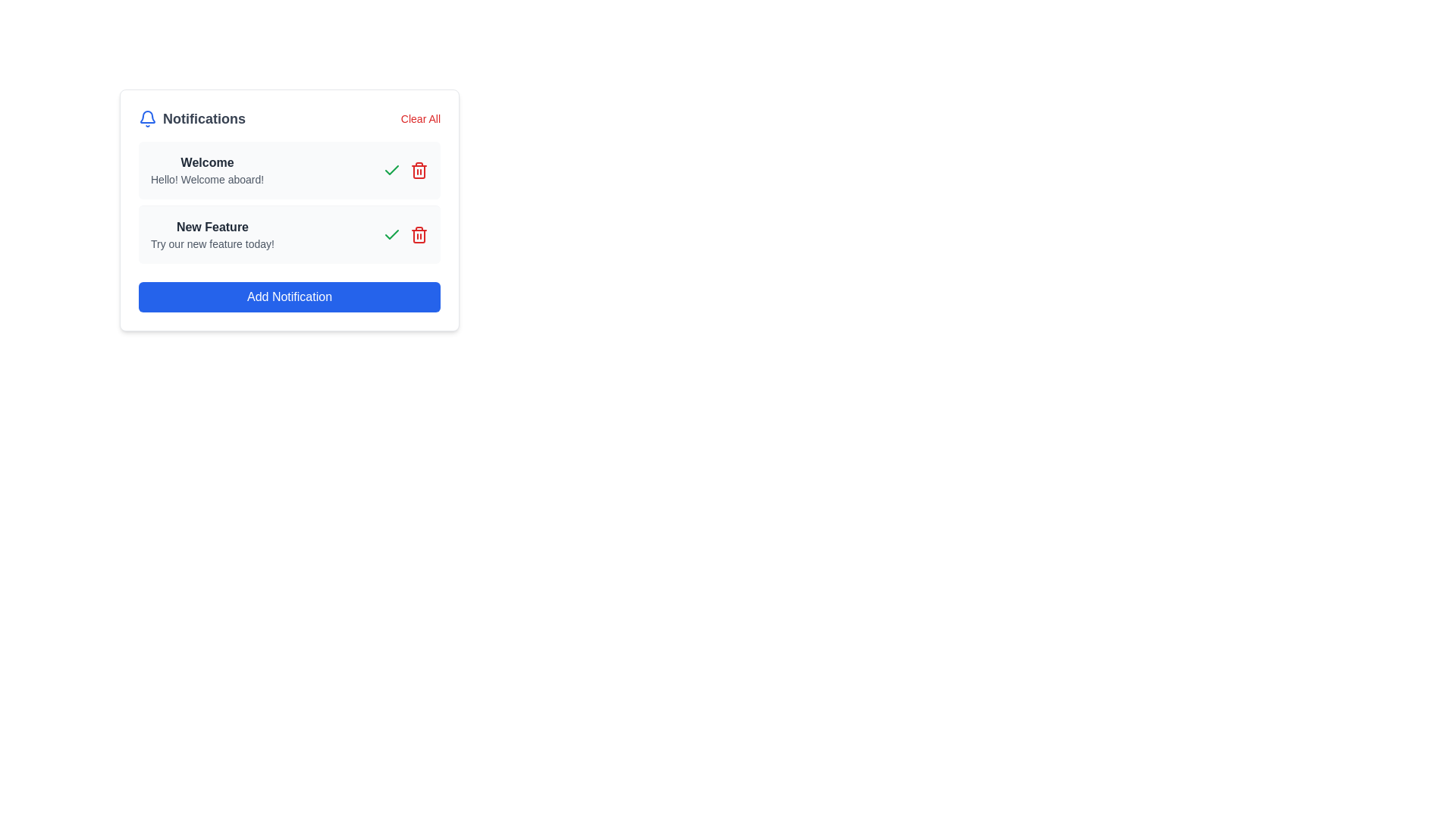 The width and height of the screenshot is (1456, 819). I want to click on the welcome message text element located in the upper part of the notification card, which greets the user upon engagement with the application, so click(206, 170).